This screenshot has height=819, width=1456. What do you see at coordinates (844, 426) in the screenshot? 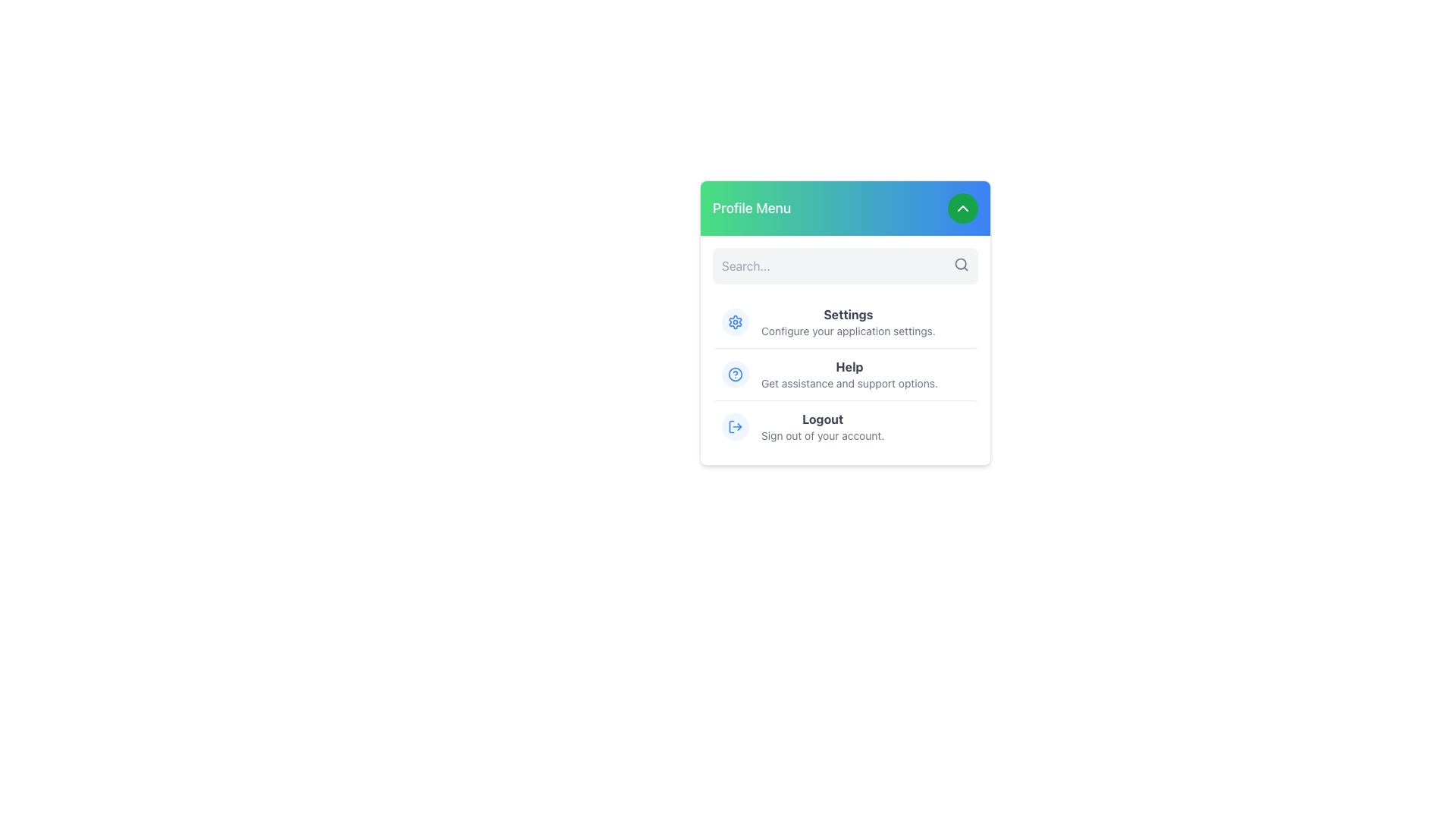
I see `the logout button at the bottom of the dropdown menu` at bounding box center [844, 426].